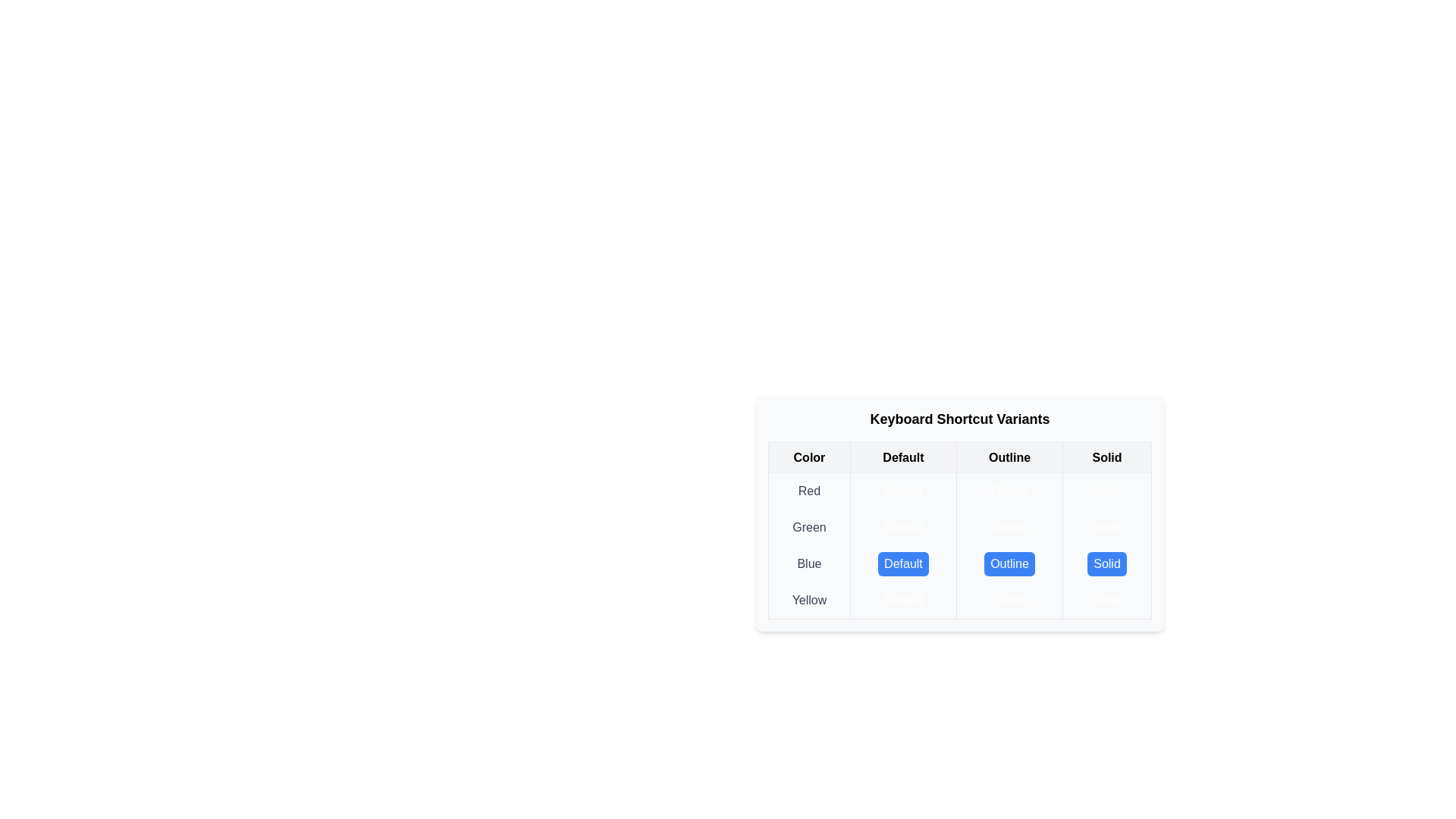 This screenshot has width=1456, height=819. What do you see at coordinates (902, 491) in the screenshot?
I see `text label located in the second column of the row corresponding to 'Red' within the table layout, which is under the 'Default' header` at bounding box center [902, 491].